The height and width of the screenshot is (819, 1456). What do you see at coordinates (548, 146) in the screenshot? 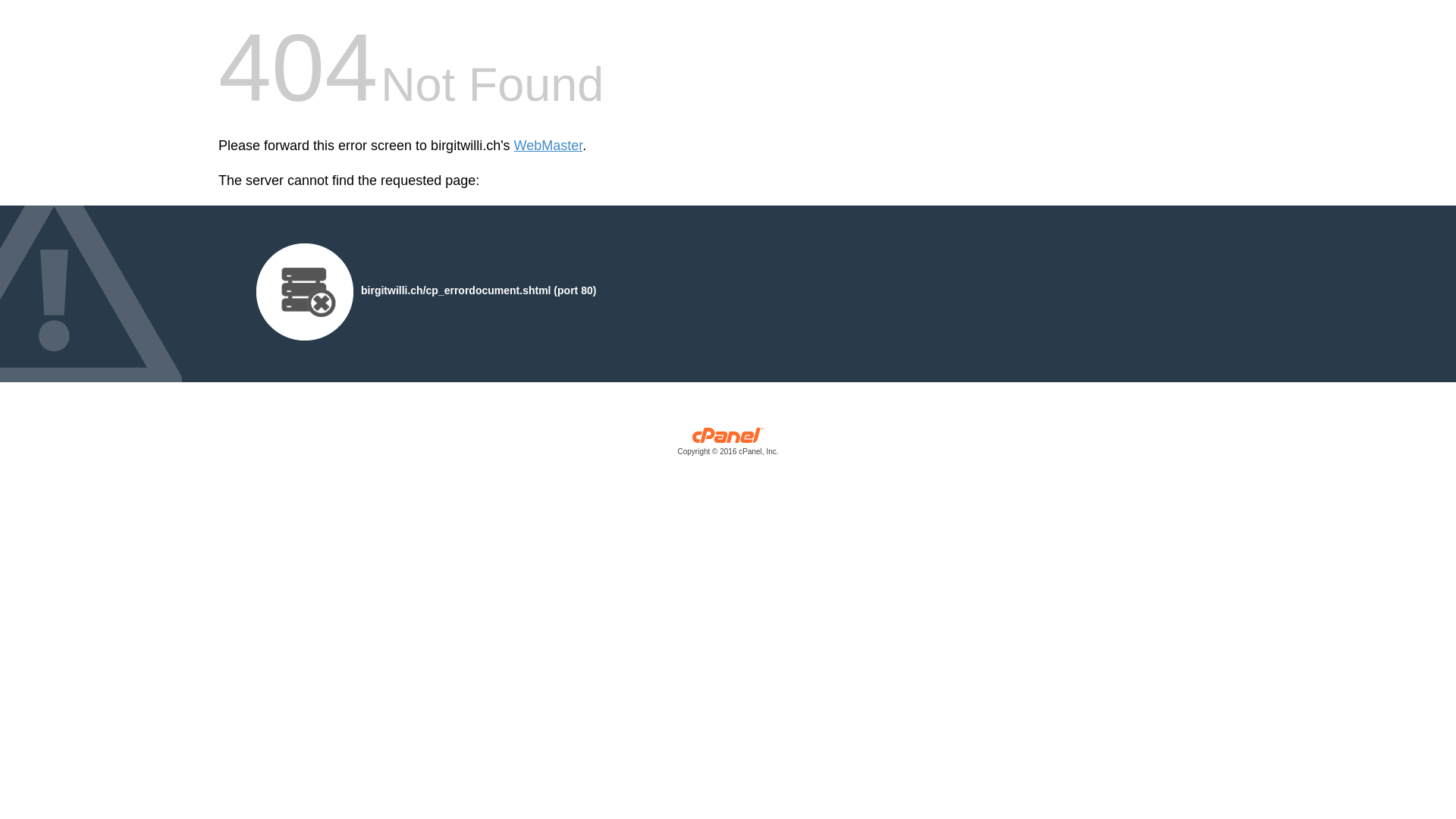
I see `'WebMaster'` at bounding box center [548, 146].